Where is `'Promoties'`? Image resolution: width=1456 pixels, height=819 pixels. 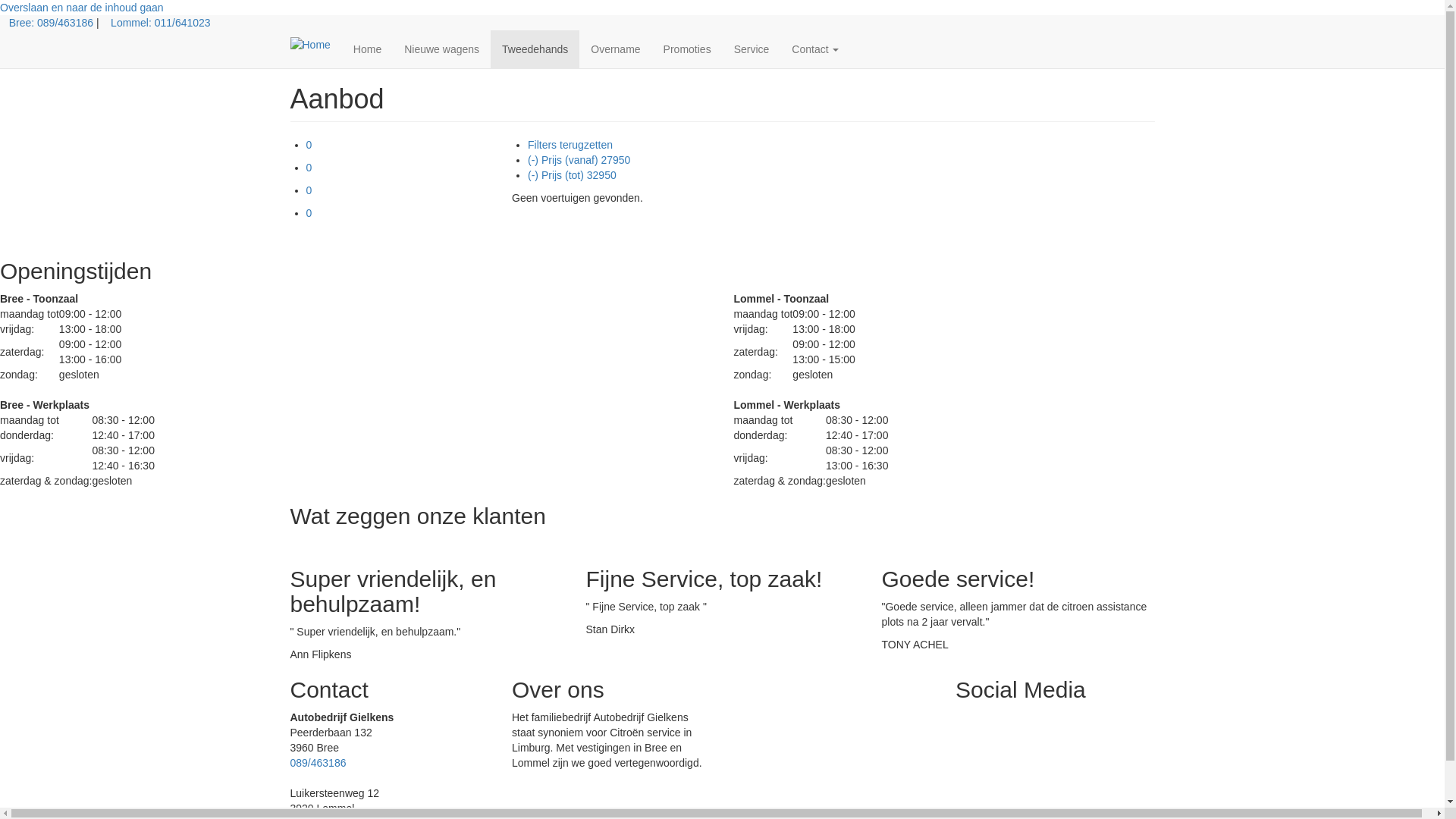 'Promoties' is located at coordinates (686, 49).